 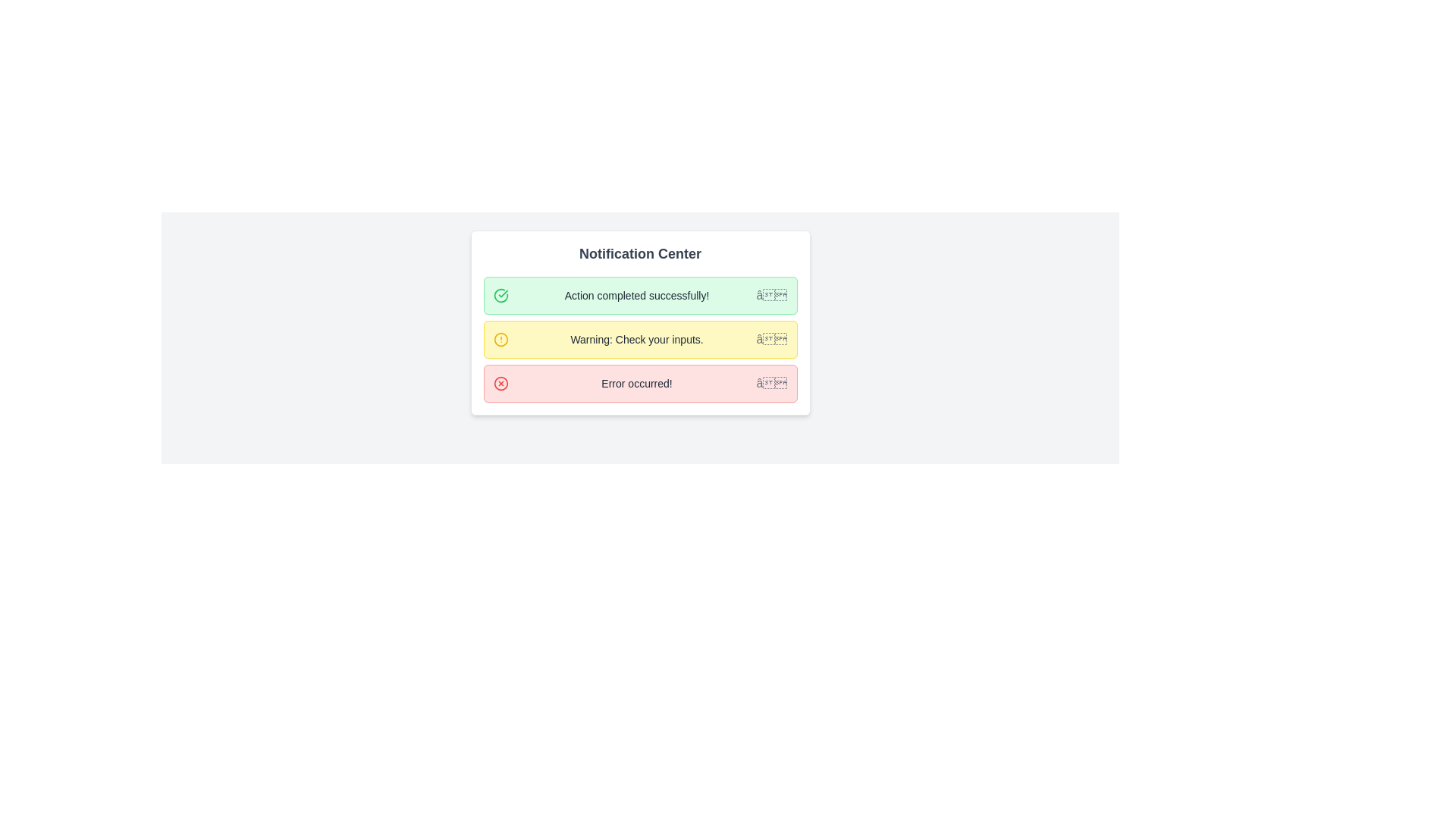 I want to click on the warning icon within the second notification item in the notification center, which has a yellow background and is associated with a warning message, so click(x=500, y=338).